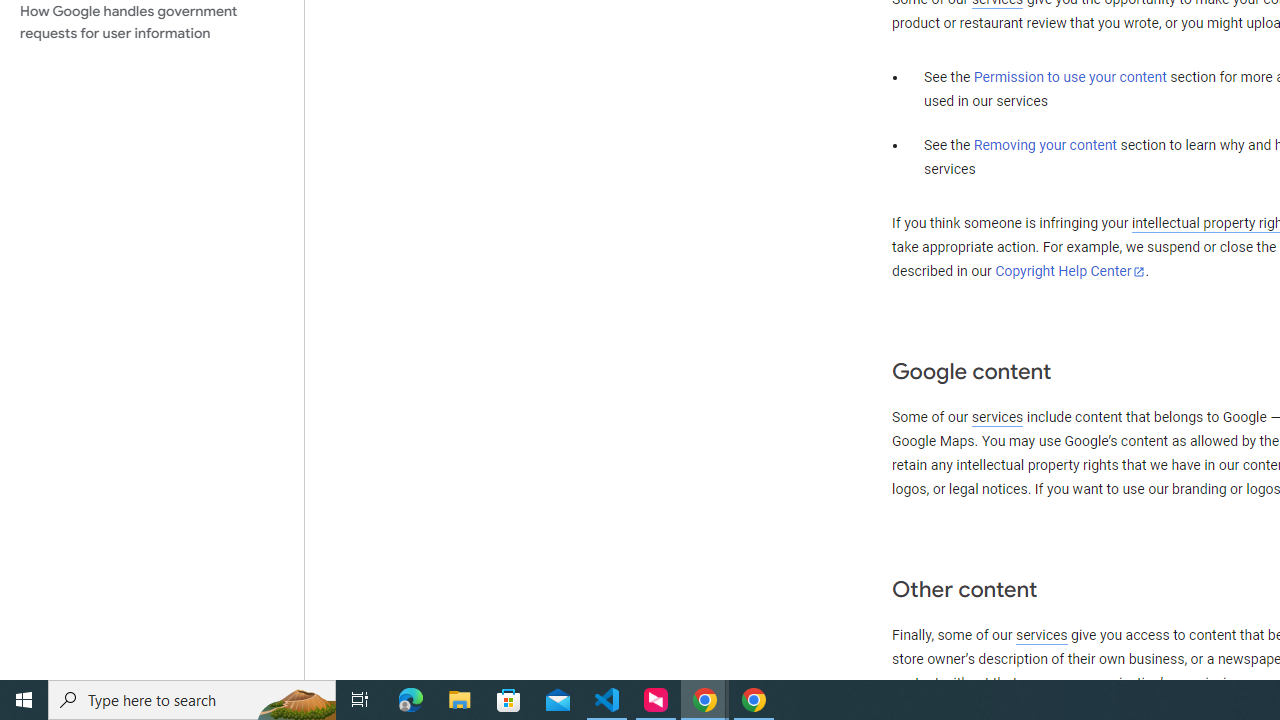 The image size is (1280, 720). What do you see at coordinates (1040, 635) in the screenshot?
I see `'services'` at bounding box center [1040, 635].